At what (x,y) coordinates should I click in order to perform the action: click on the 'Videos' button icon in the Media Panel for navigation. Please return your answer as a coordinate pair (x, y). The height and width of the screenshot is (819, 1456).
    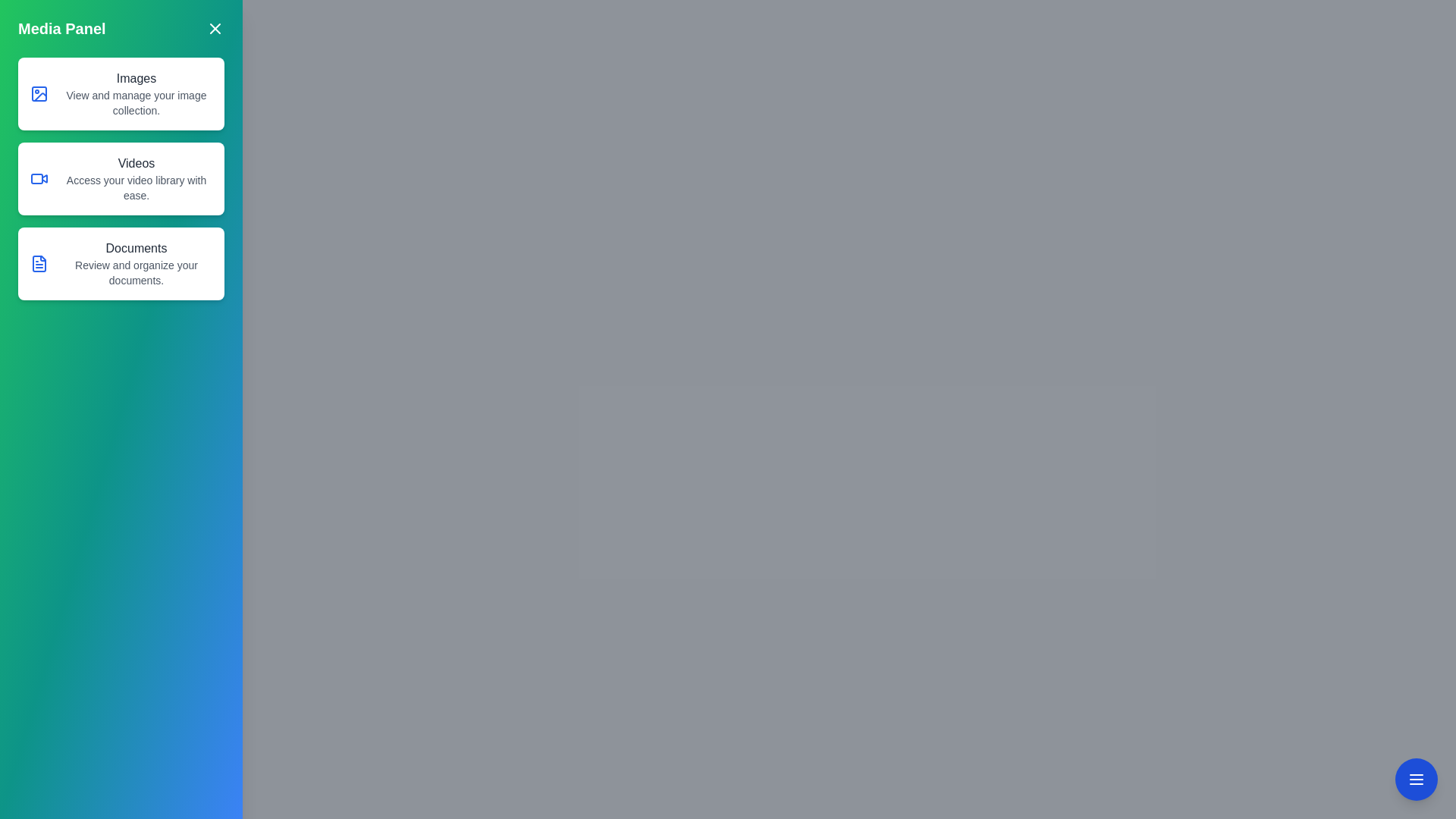
    Looking at the image, I should click on (36, 177).